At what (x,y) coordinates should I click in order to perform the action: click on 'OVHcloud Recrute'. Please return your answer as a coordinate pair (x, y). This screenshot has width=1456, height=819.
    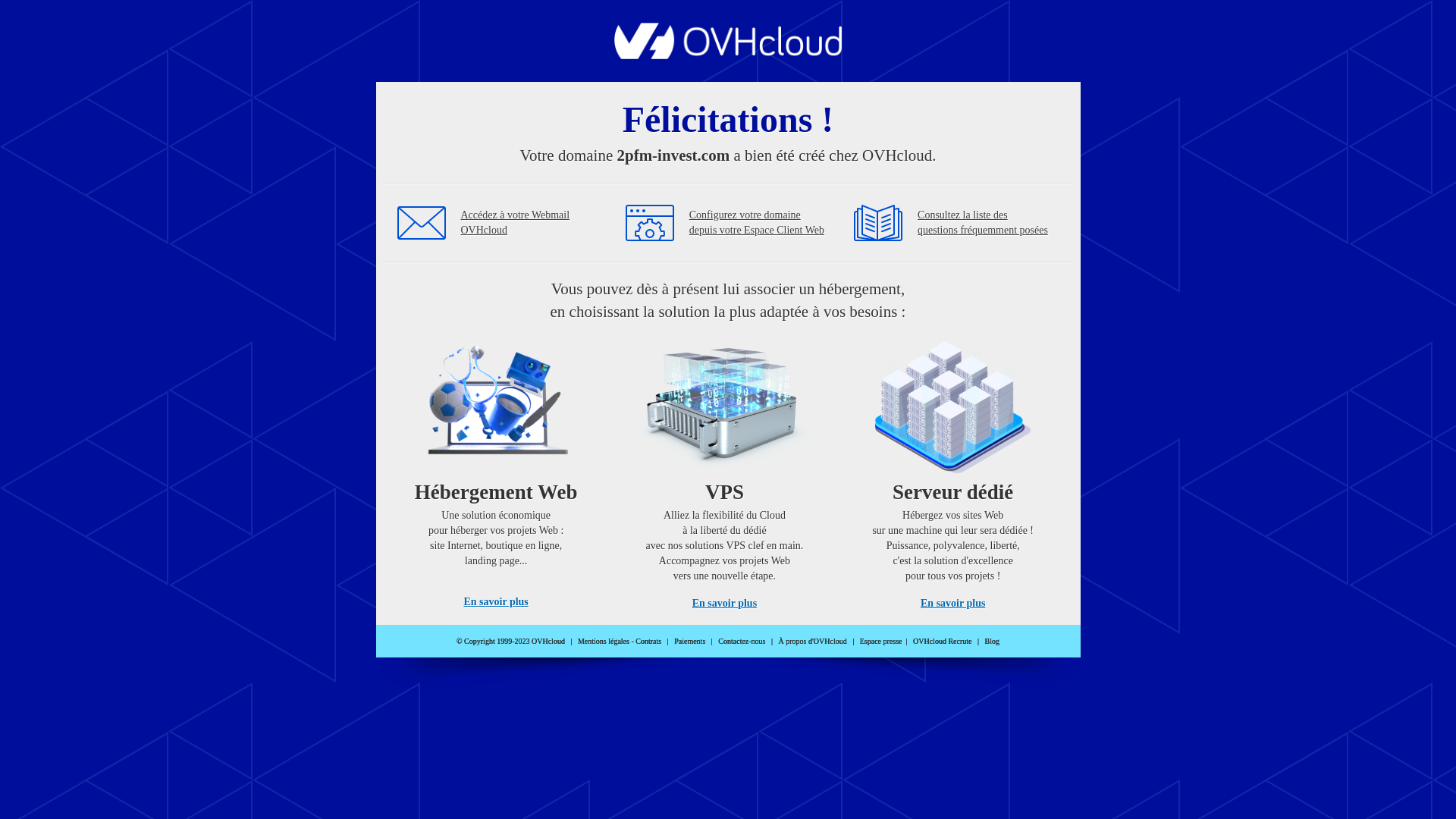
    Looking at the image, I should click on (912, 641).